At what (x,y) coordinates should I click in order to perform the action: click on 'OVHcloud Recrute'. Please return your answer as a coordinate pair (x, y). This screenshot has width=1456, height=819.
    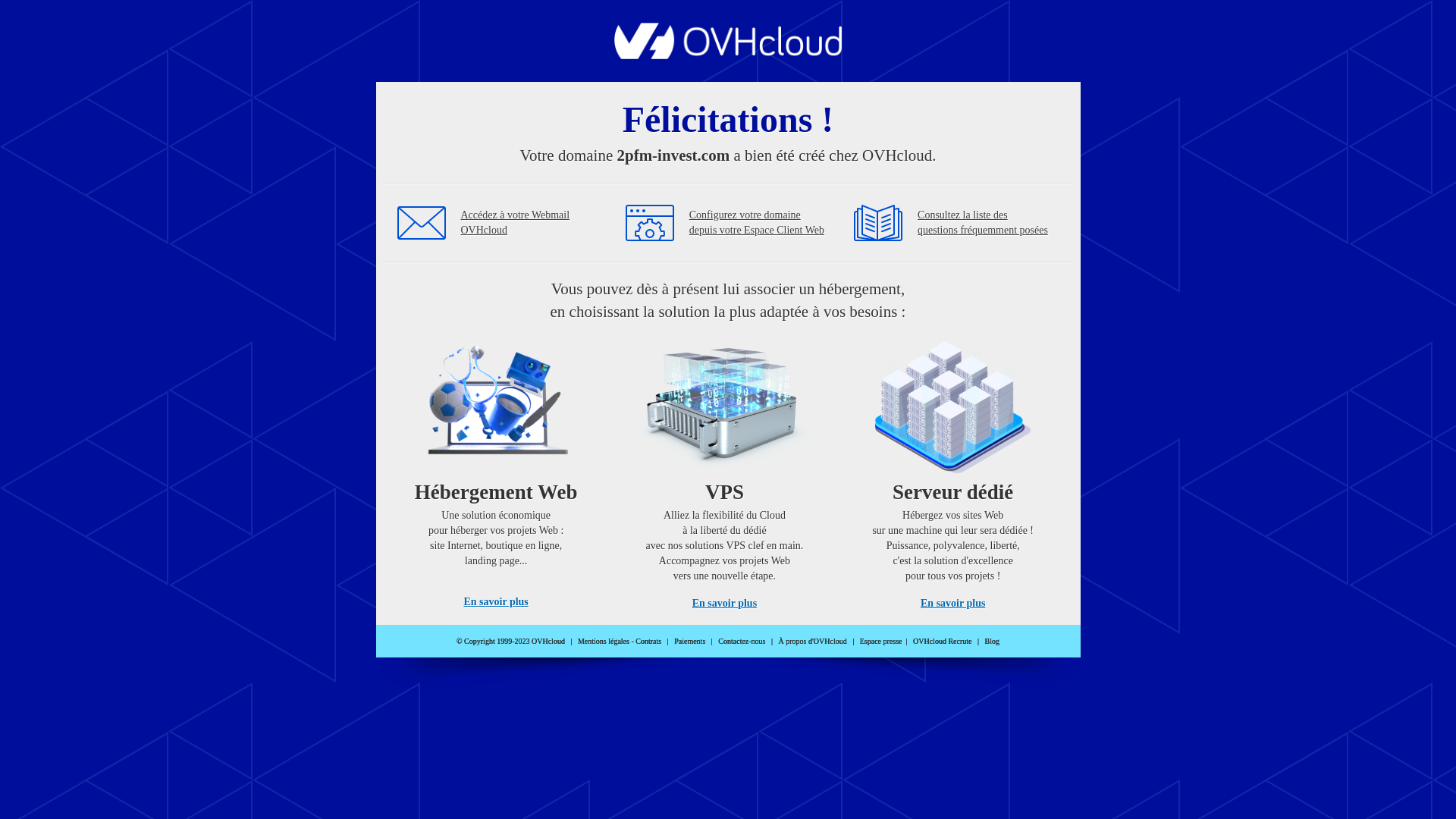
    Looking at the image, I should click on (912, 641).